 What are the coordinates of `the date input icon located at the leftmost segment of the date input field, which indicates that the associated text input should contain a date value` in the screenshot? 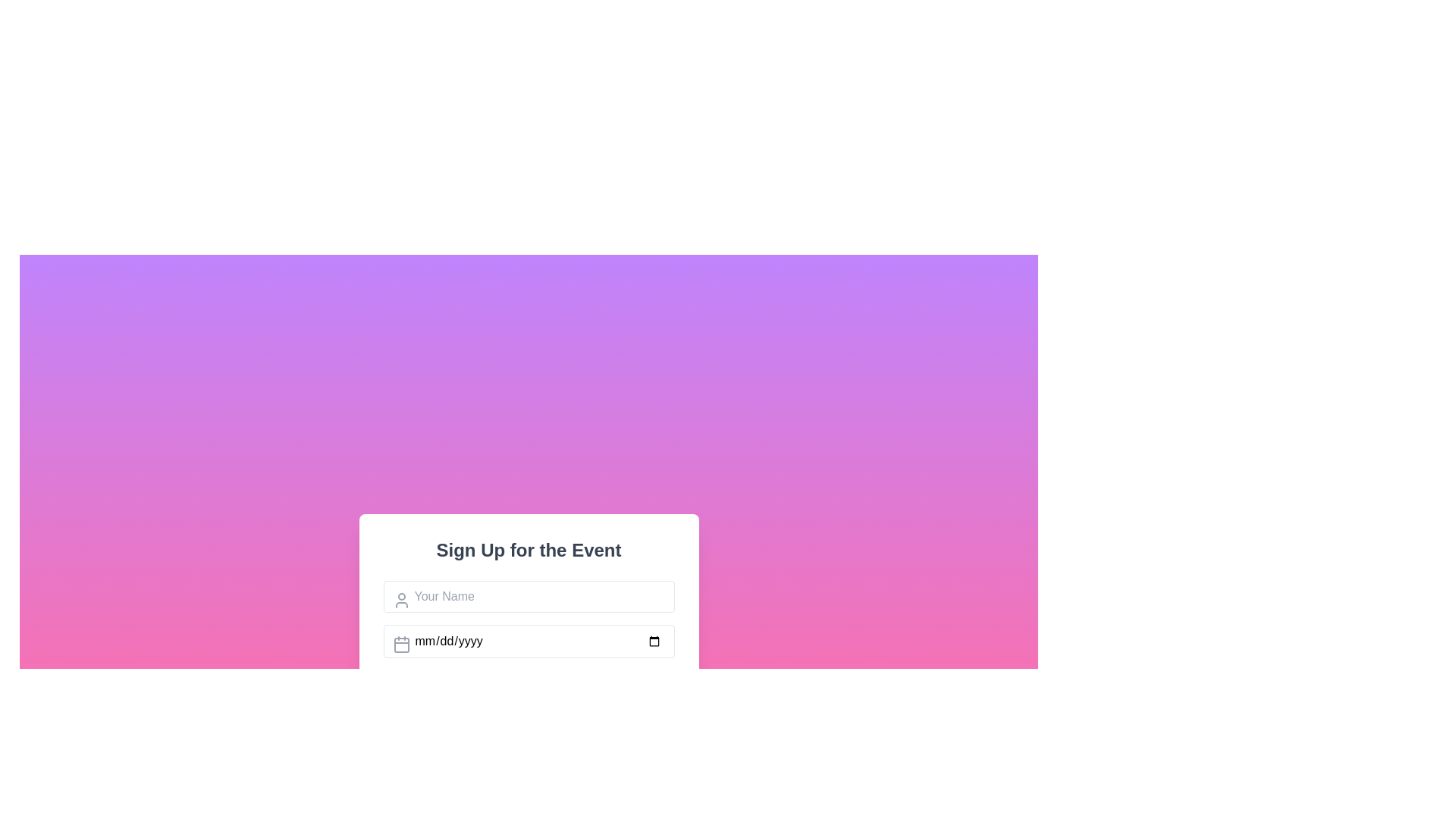 It's located at (401, 644).